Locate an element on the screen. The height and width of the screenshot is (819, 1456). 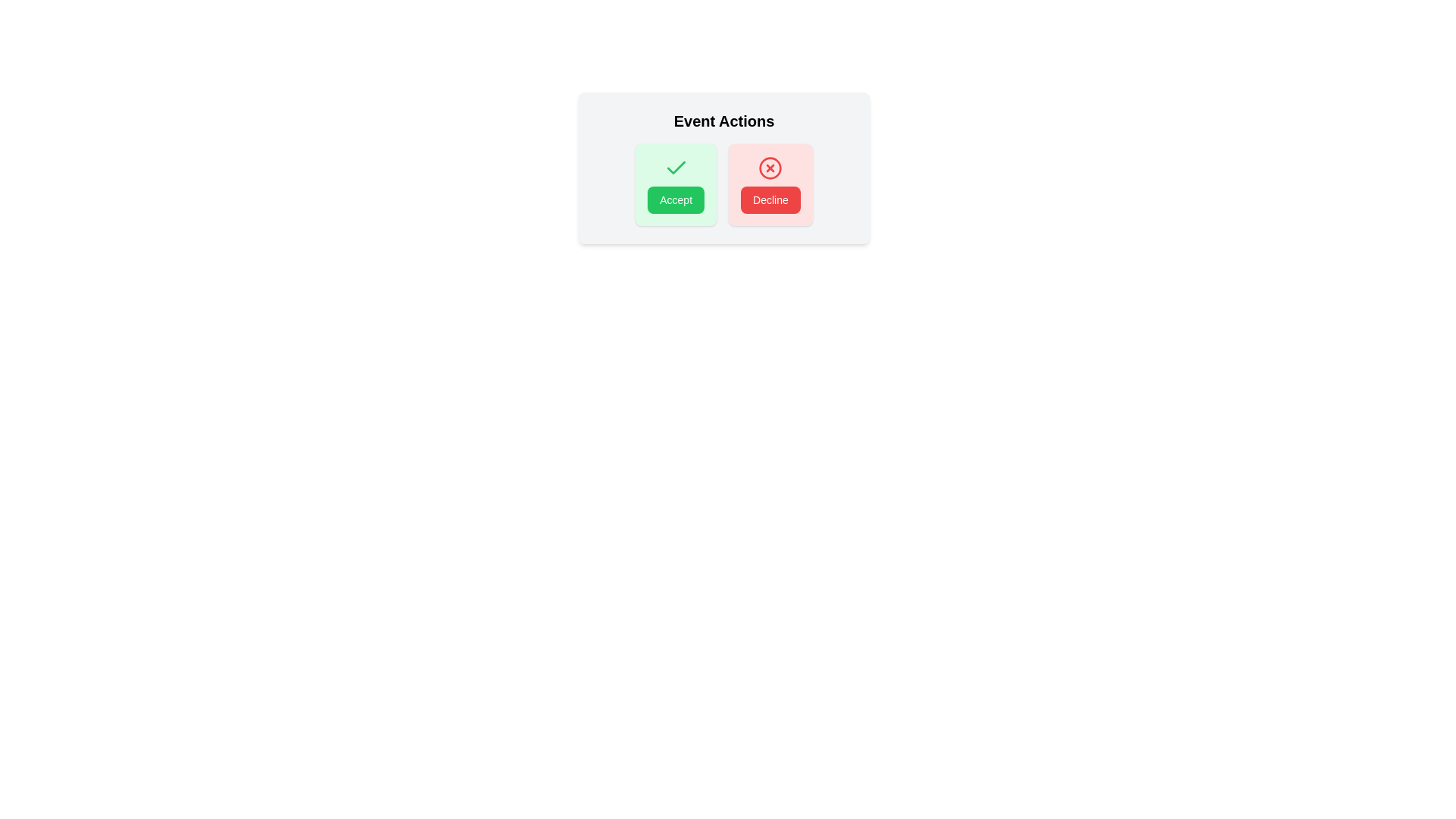
the Decline button located to the right of the Accept button under the 'Event Actions' title is located at coordinates (770, 184).